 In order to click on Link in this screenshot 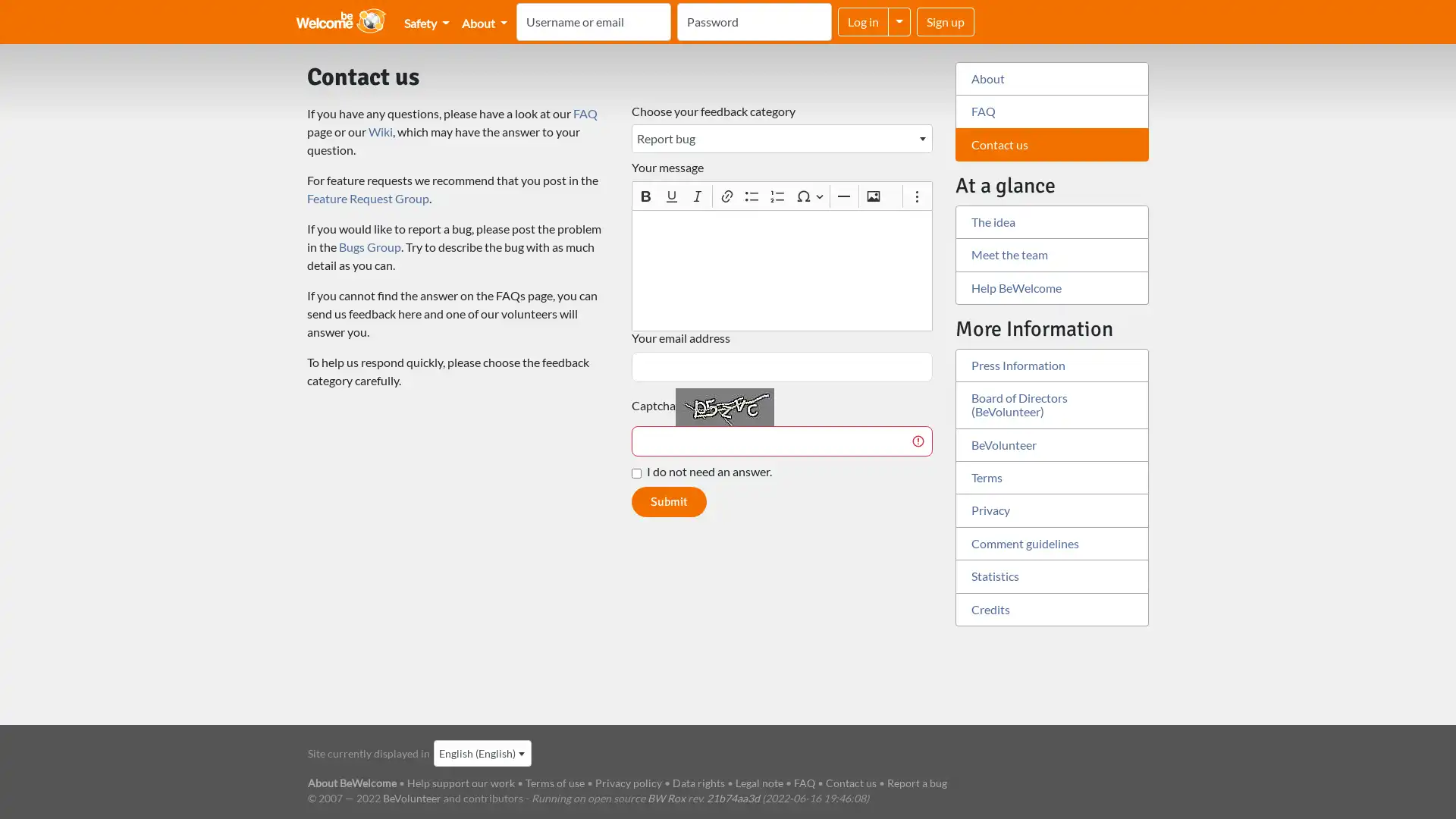, I will do `click(726, 195)`.